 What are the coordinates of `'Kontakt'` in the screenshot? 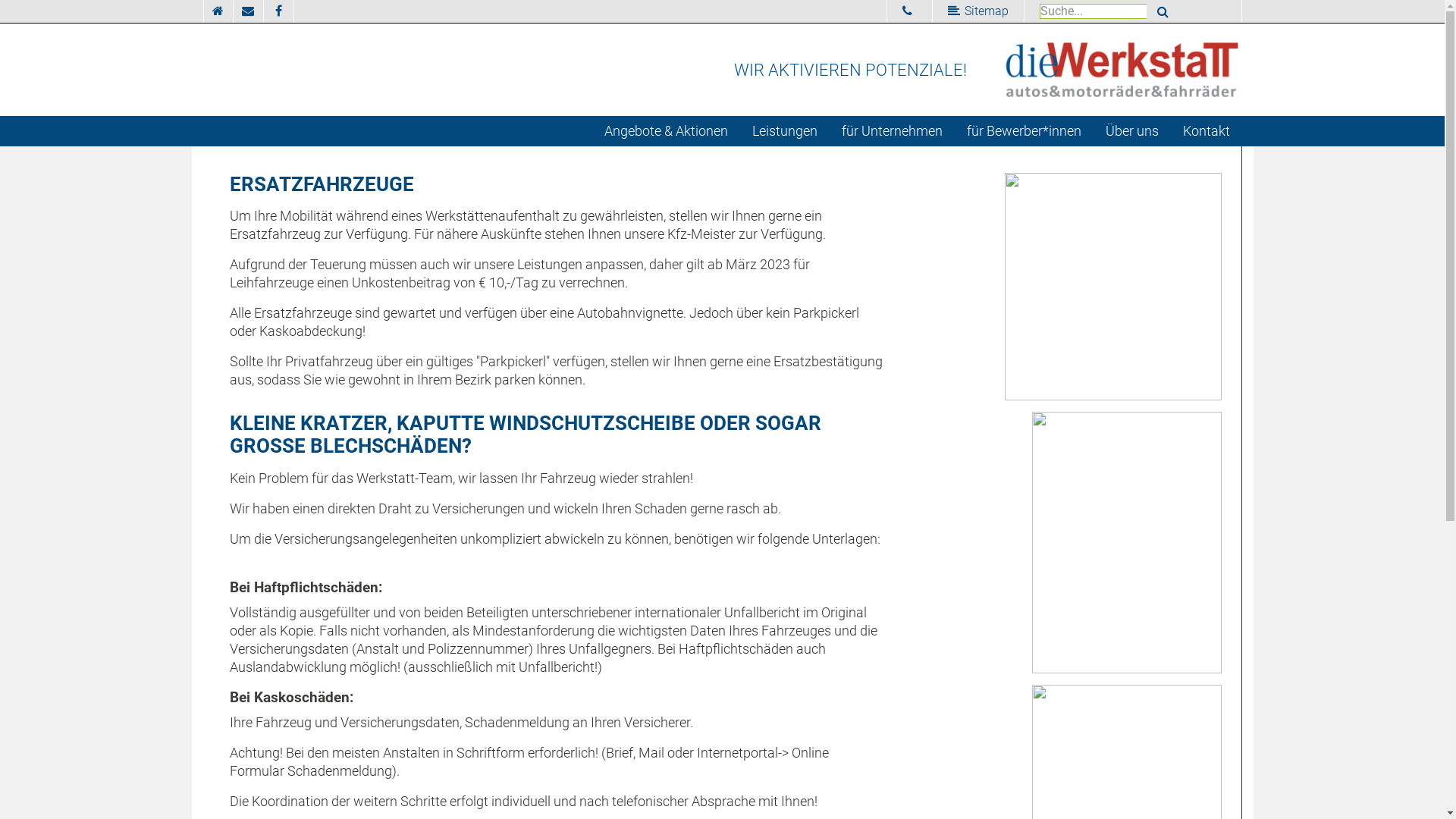 It's located at (1205, 130).